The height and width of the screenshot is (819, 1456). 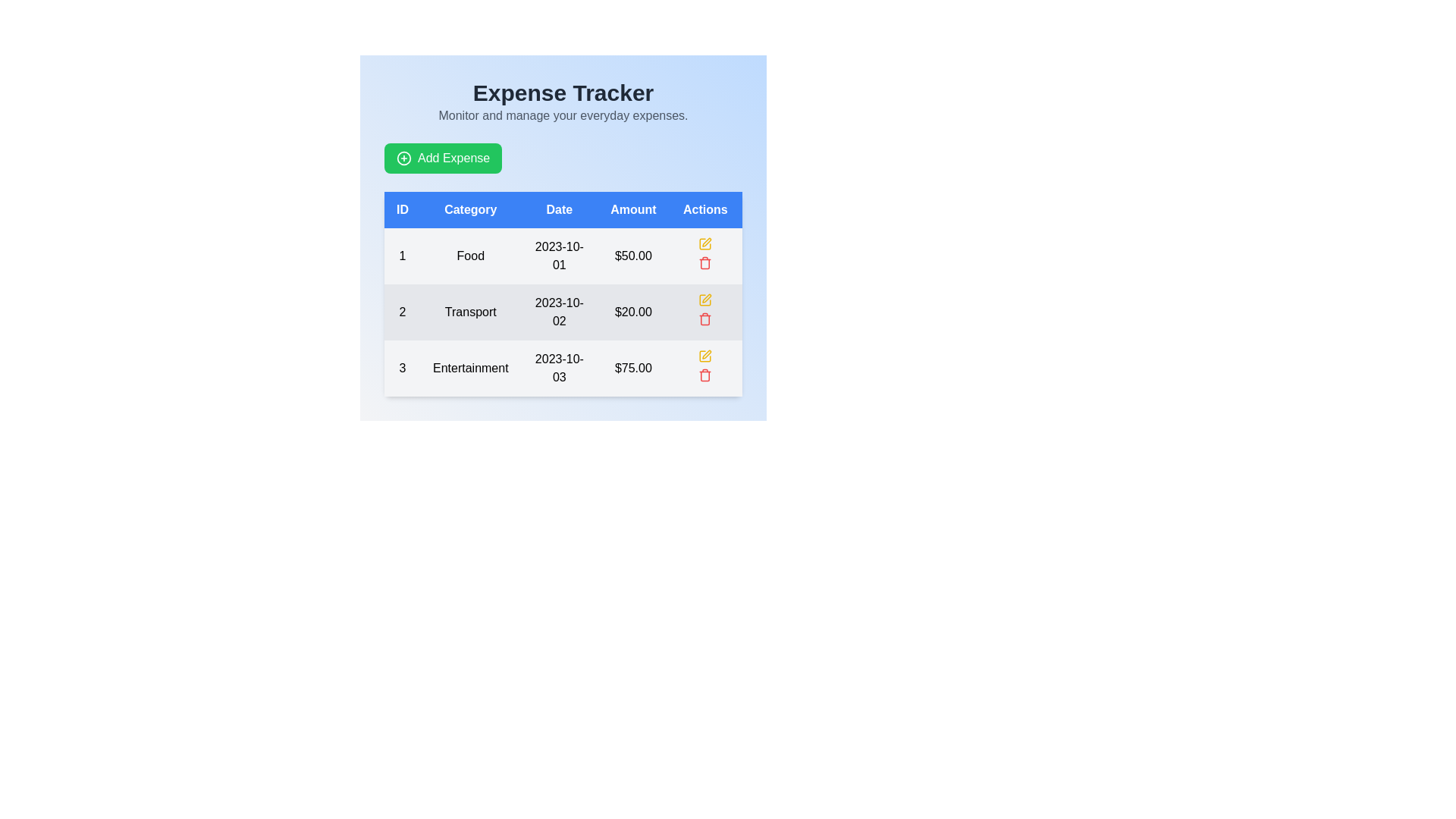 What do you see at coordinates (563, 256) in the screenshot?
I see `to select the first row of the expense entry table, which contains details such as ID, category, date, and amount, located before the row displaying '2 Transport 2023-10-02 $20.00'` at bounding box center [563, 256].